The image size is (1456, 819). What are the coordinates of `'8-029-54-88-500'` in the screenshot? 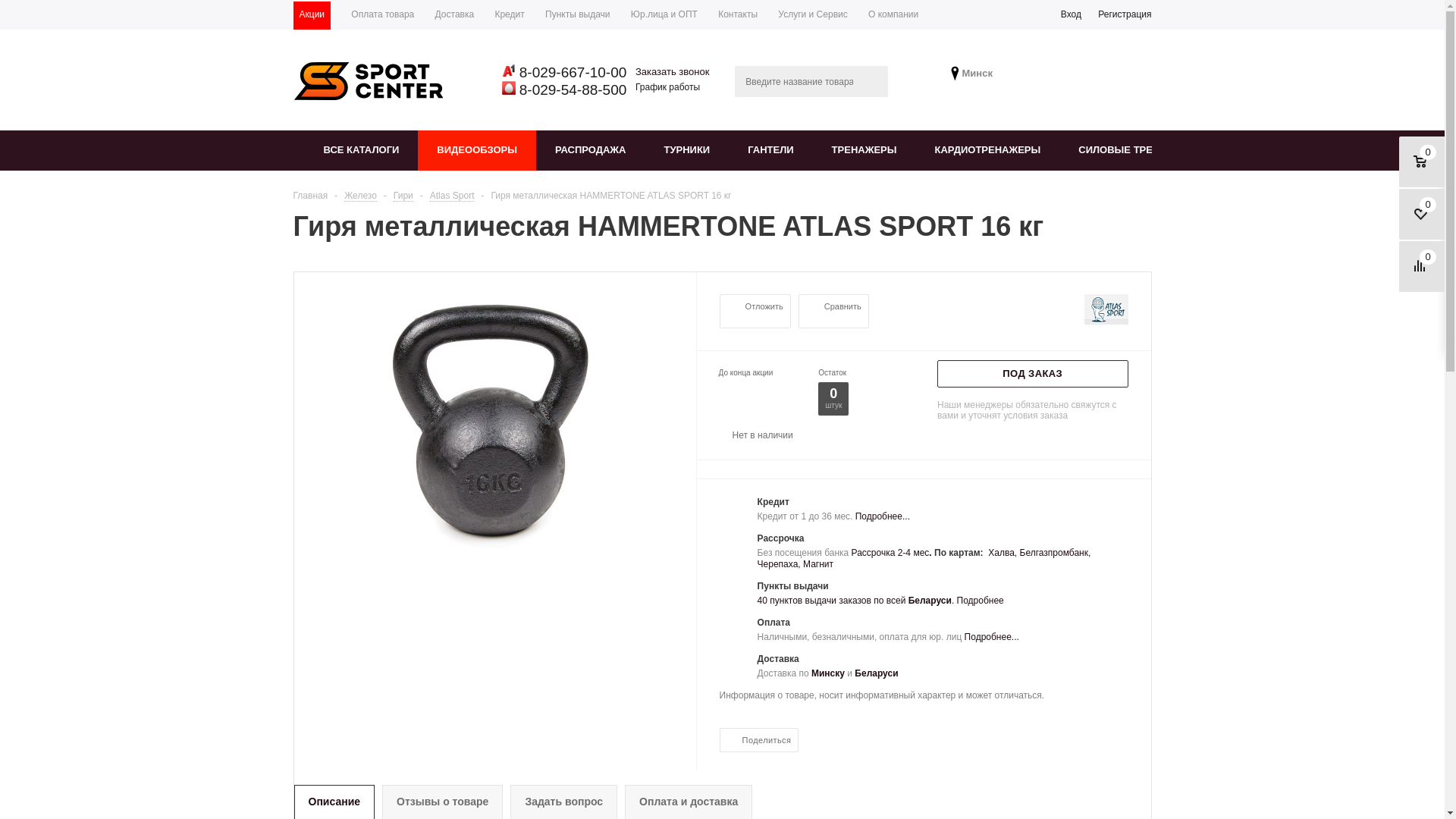 It's located at (516, 89).